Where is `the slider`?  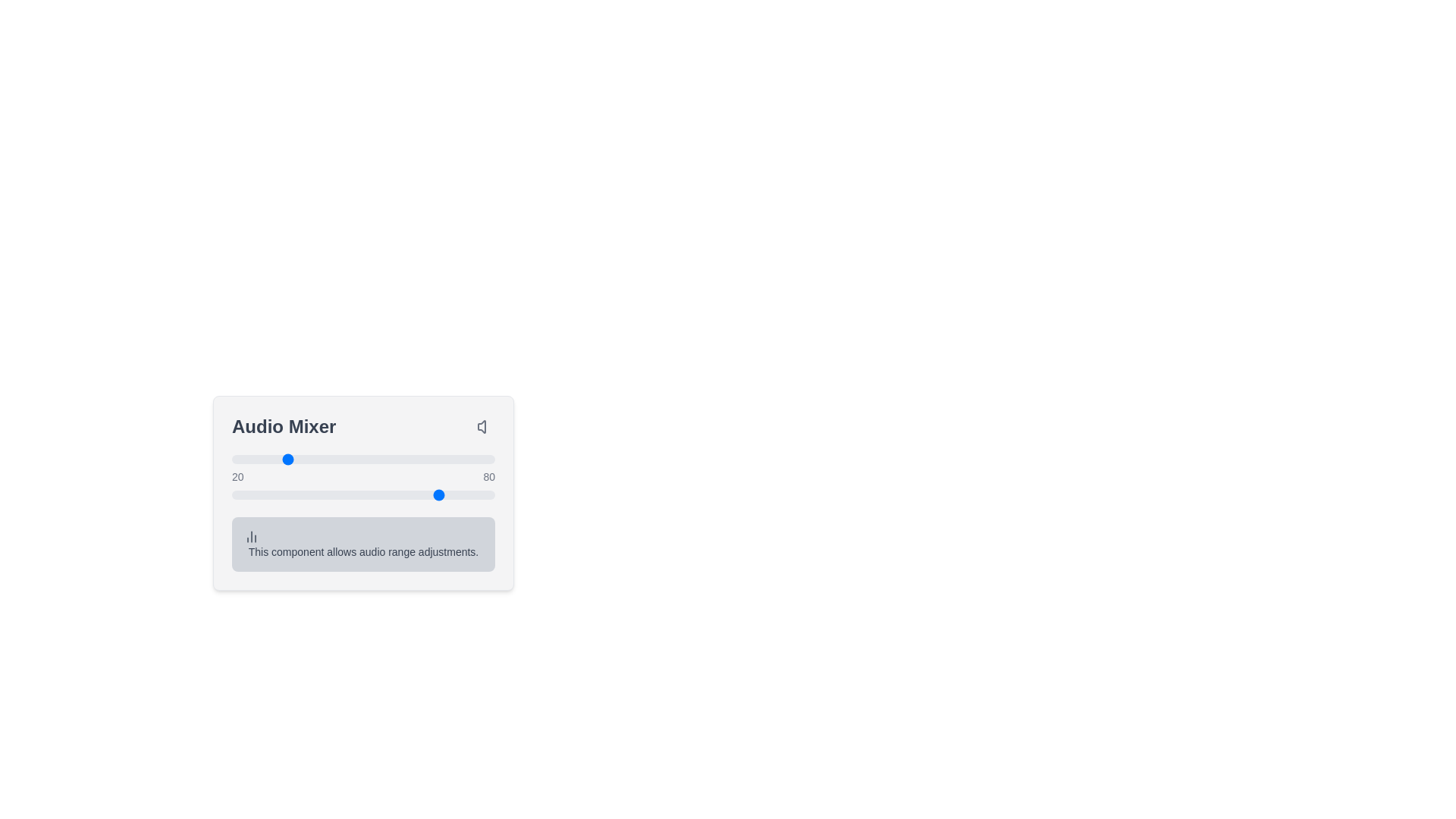 the slider is located at coordinates (403, 458).